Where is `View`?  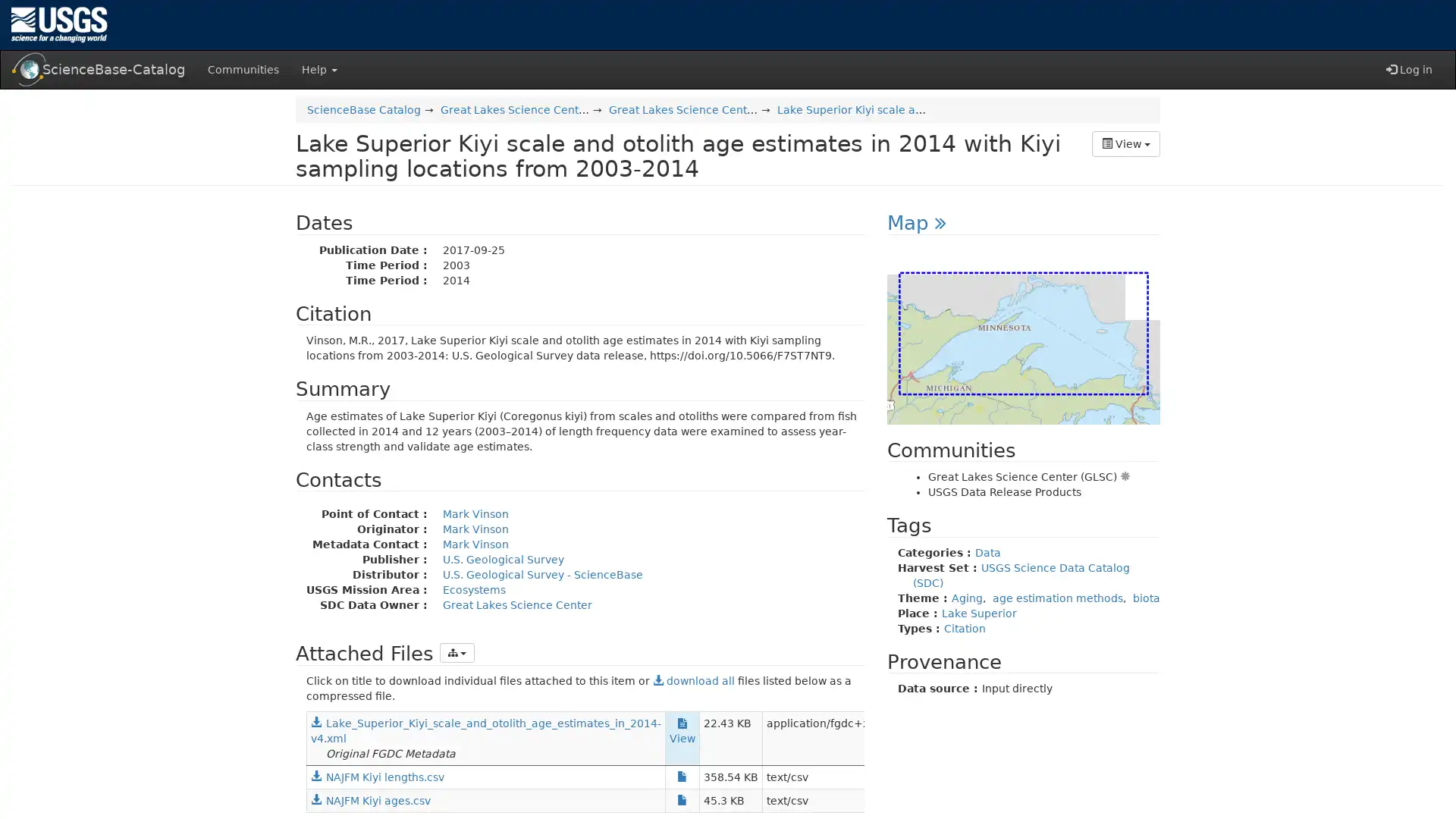 View is located at coordinates (1125, 143).